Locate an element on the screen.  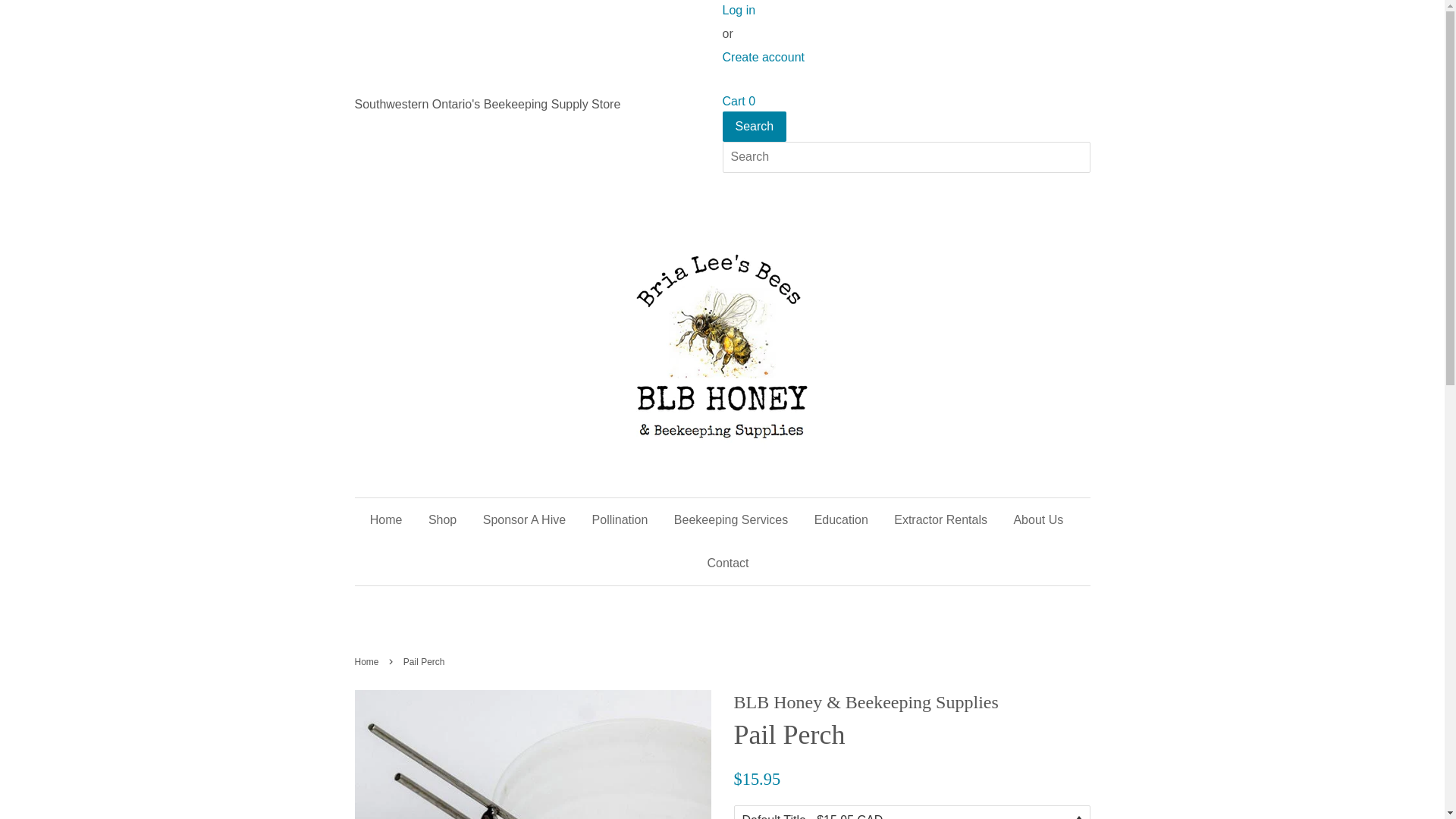
'Log in' is located at coordinates (739, 10).